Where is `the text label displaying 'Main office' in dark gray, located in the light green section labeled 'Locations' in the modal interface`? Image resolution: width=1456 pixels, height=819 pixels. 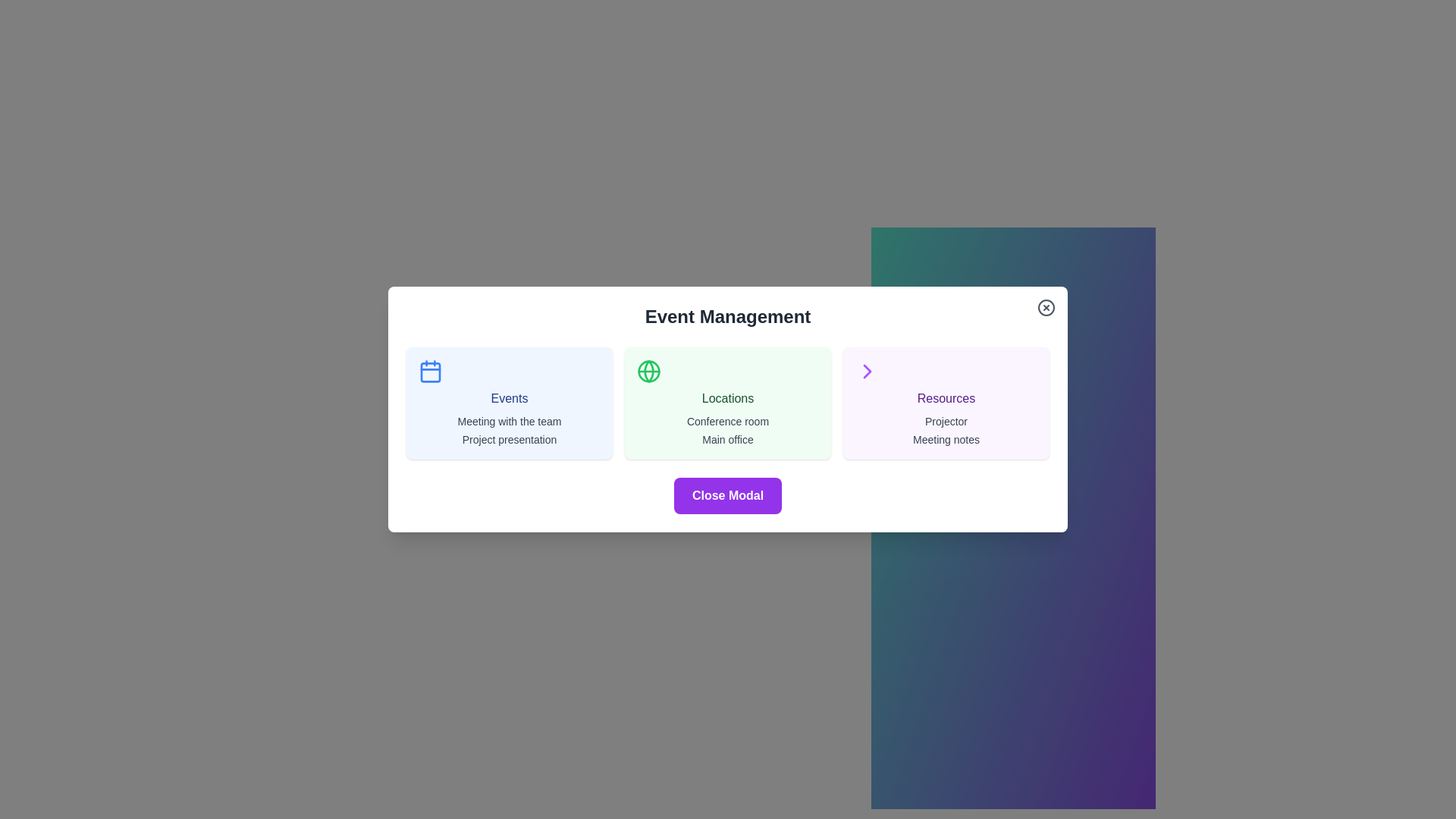 the text label displaying 'Main office' in dark gray, located in the light green section labeled 'Locations' in the modal interface is located at coordinates (728, 439).